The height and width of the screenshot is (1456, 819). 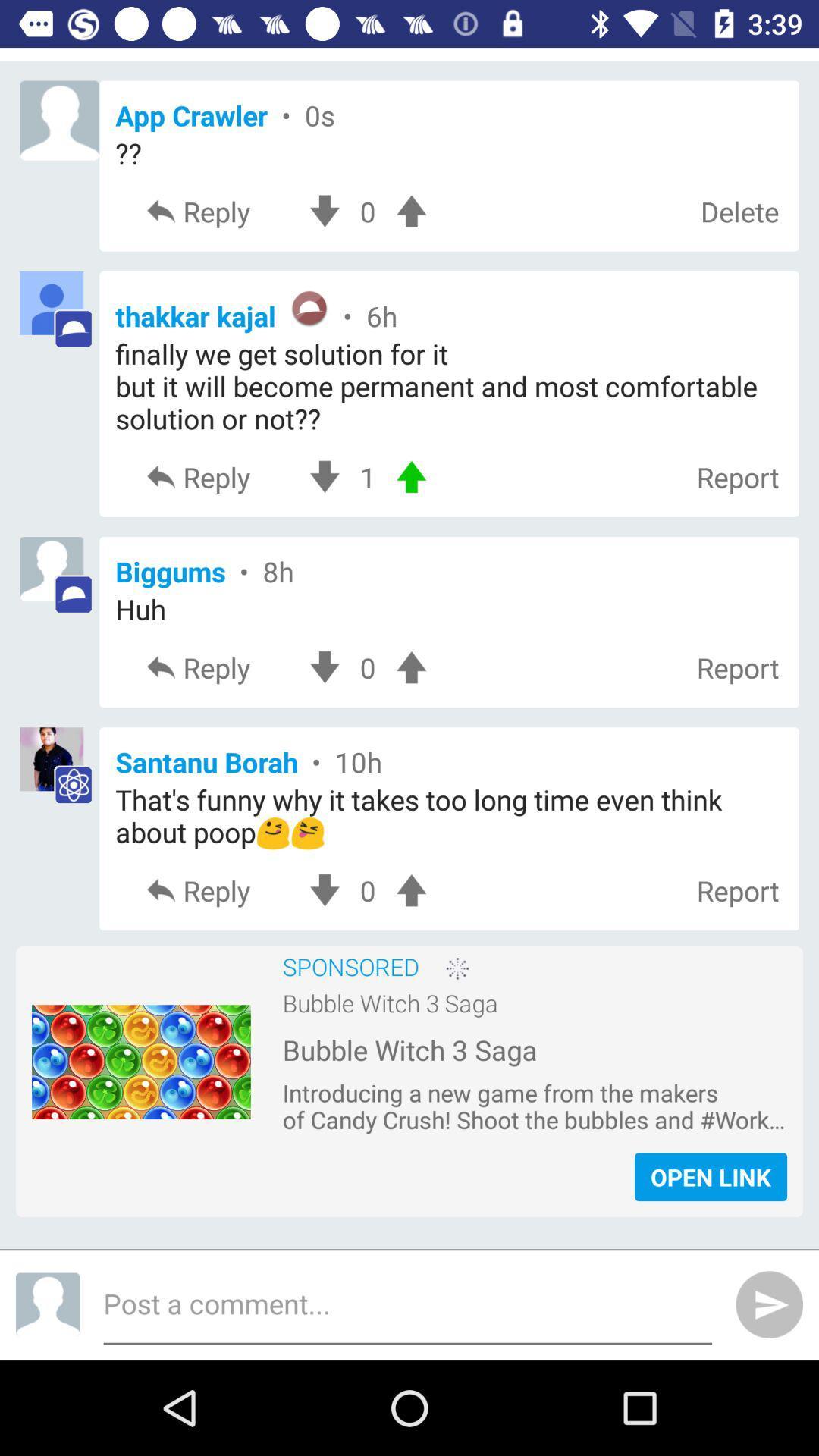 What do you see at coordinates (411, 667) in the screenshot?
I see `the up arrow located in biggums messege` at bounding box center [411, 667].